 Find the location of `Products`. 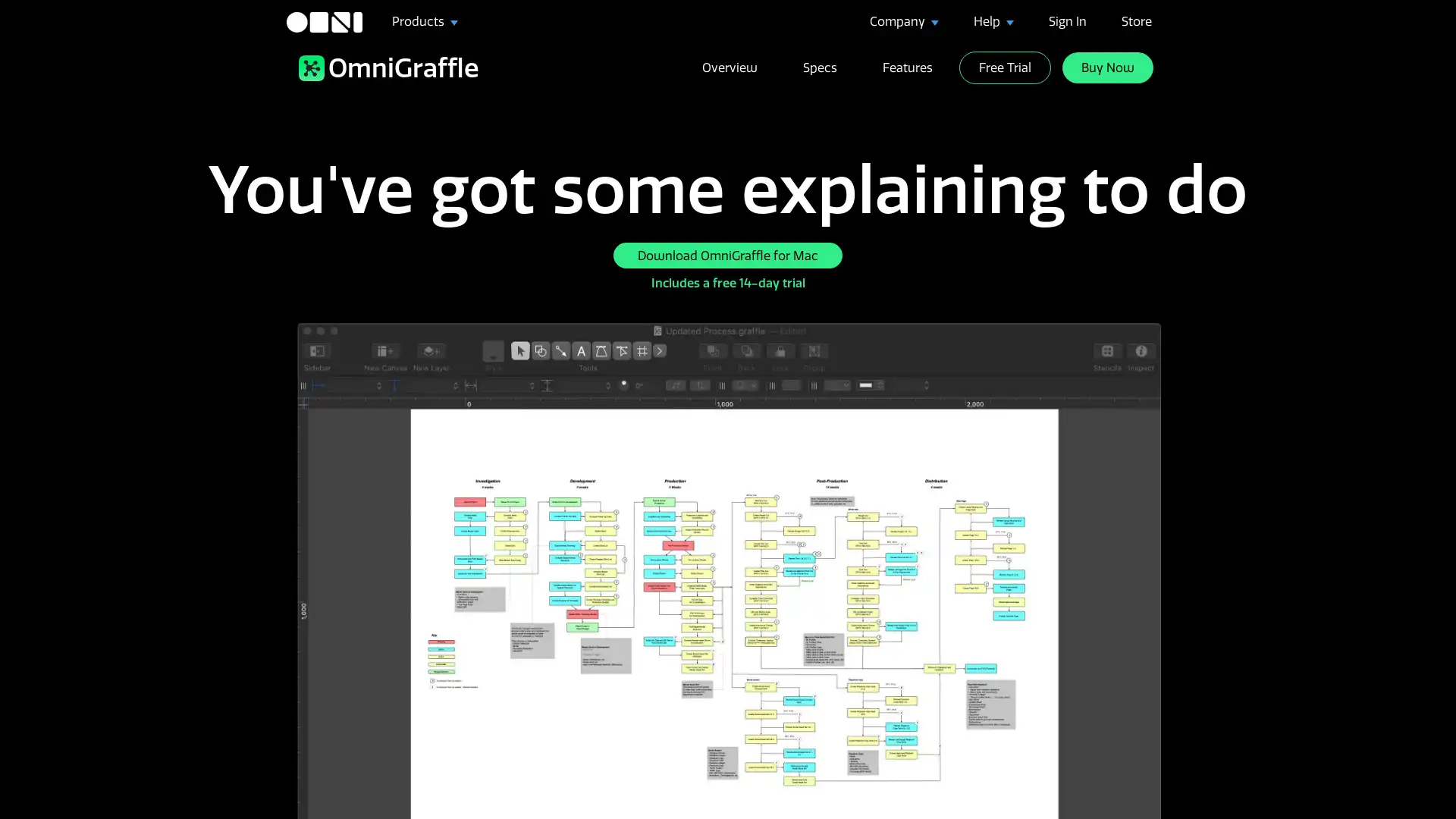

Products is located at coordinates (425, 20).